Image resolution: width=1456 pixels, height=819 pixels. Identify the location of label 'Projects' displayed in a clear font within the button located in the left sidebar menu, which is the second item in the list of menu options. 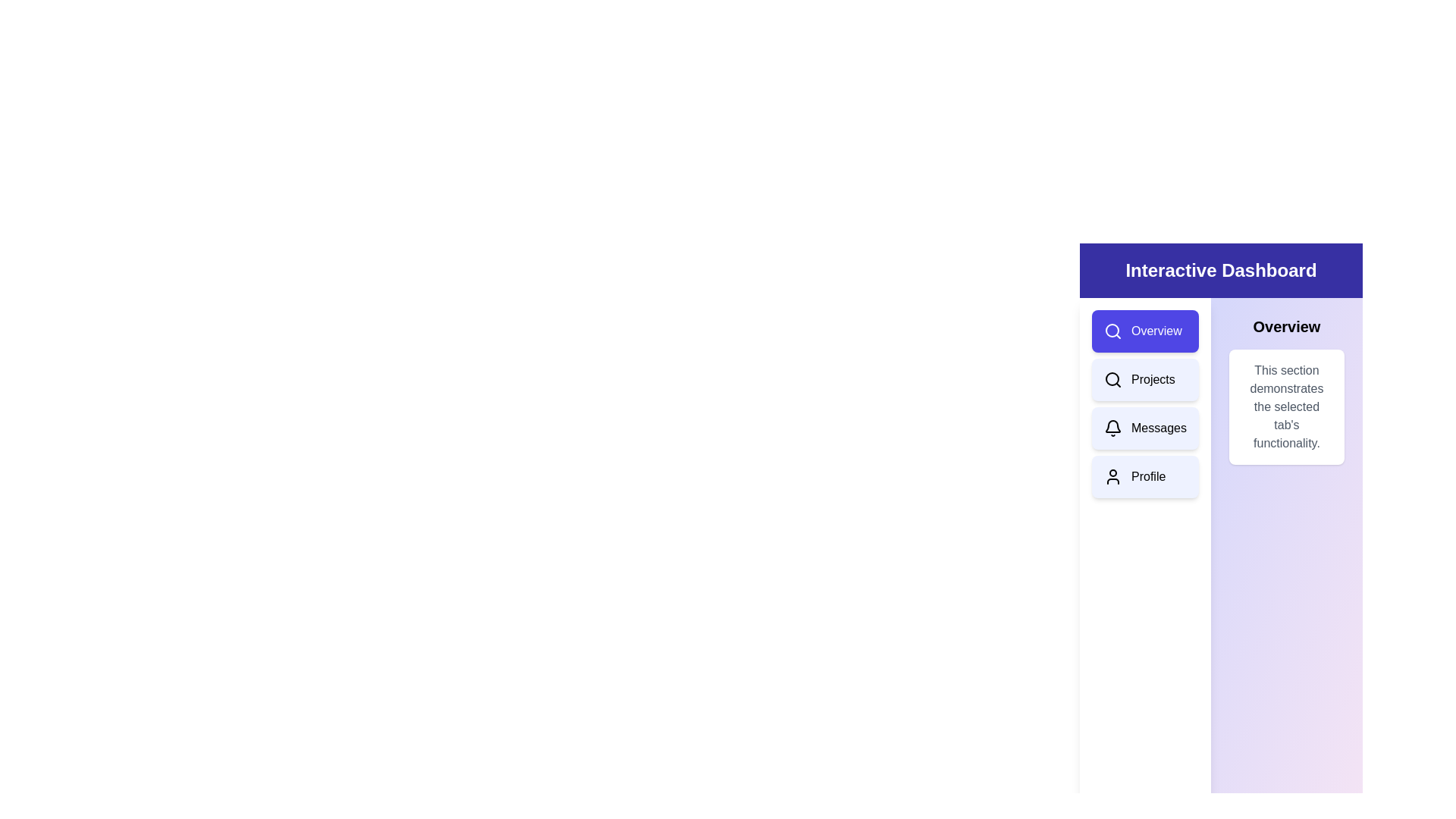
(1153, 379).